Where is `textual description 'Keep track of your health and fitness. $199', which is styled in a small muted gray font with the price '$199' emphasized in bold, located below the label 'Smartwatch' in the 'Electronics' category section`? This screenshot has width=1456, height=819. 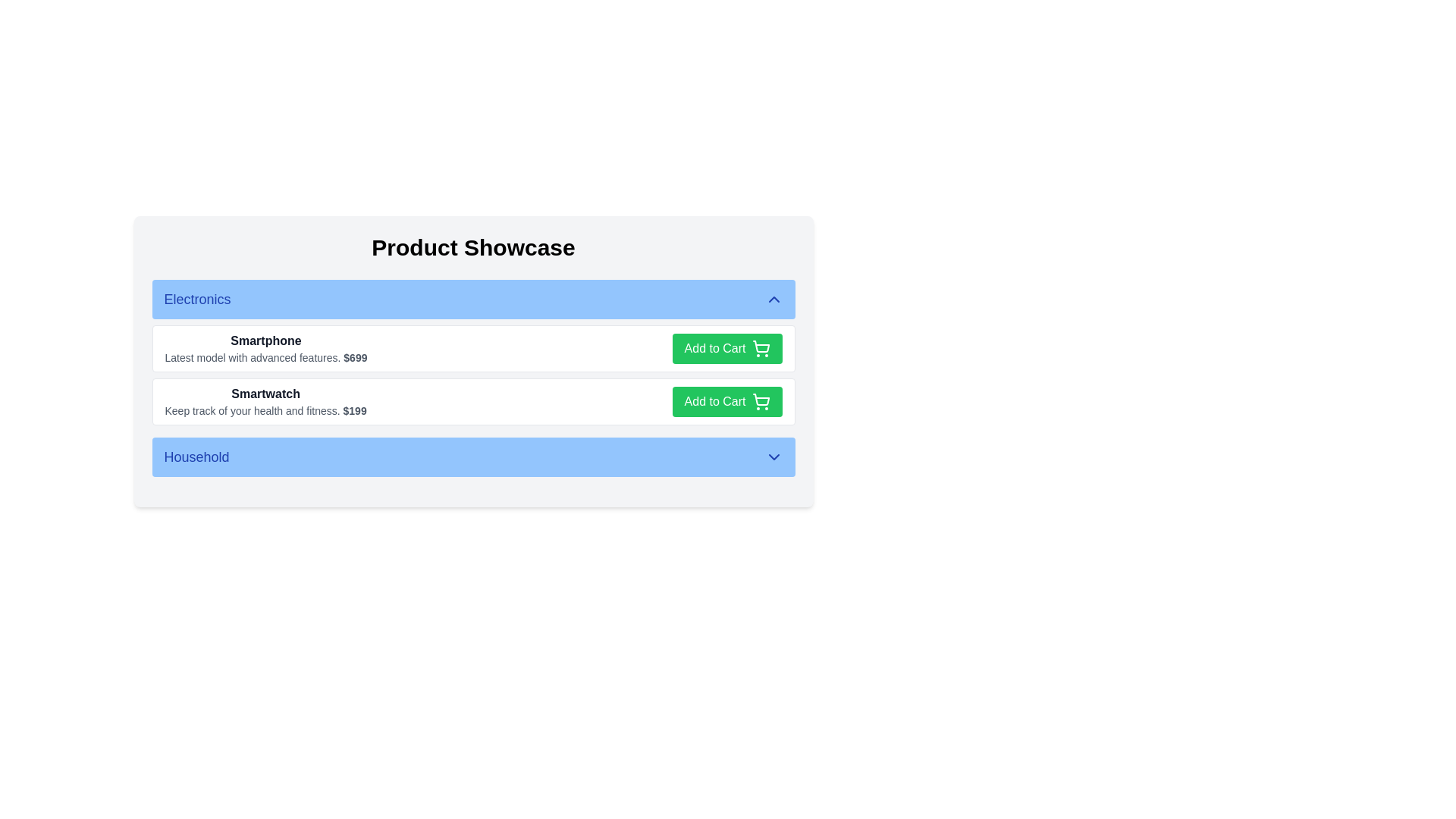
textual description 'Keep track of your health and fitness. $199', which is styled in a small muted gray font with the price '$199' emphasized in bold, located below the label 'Smartwatch' in the 'Electronics' category section is located at coordinates (265, 411).